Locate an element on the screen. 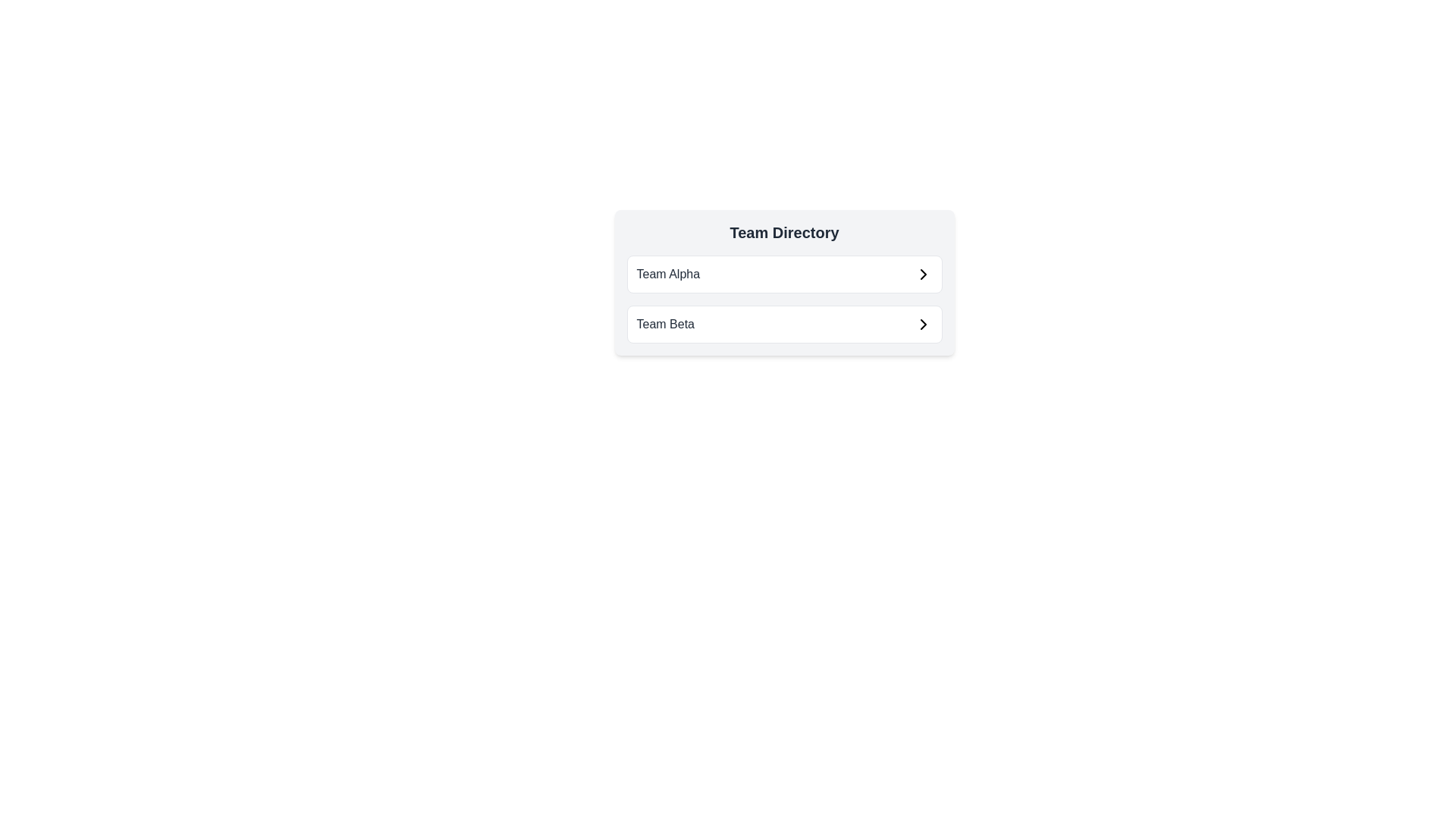 Image resolution: width=1456 pixels, height=819 pixels. the Chevron icon located to the far right of the 'Team Beta' row within the 'Team Directory' card is located at coordinates (922, 324).